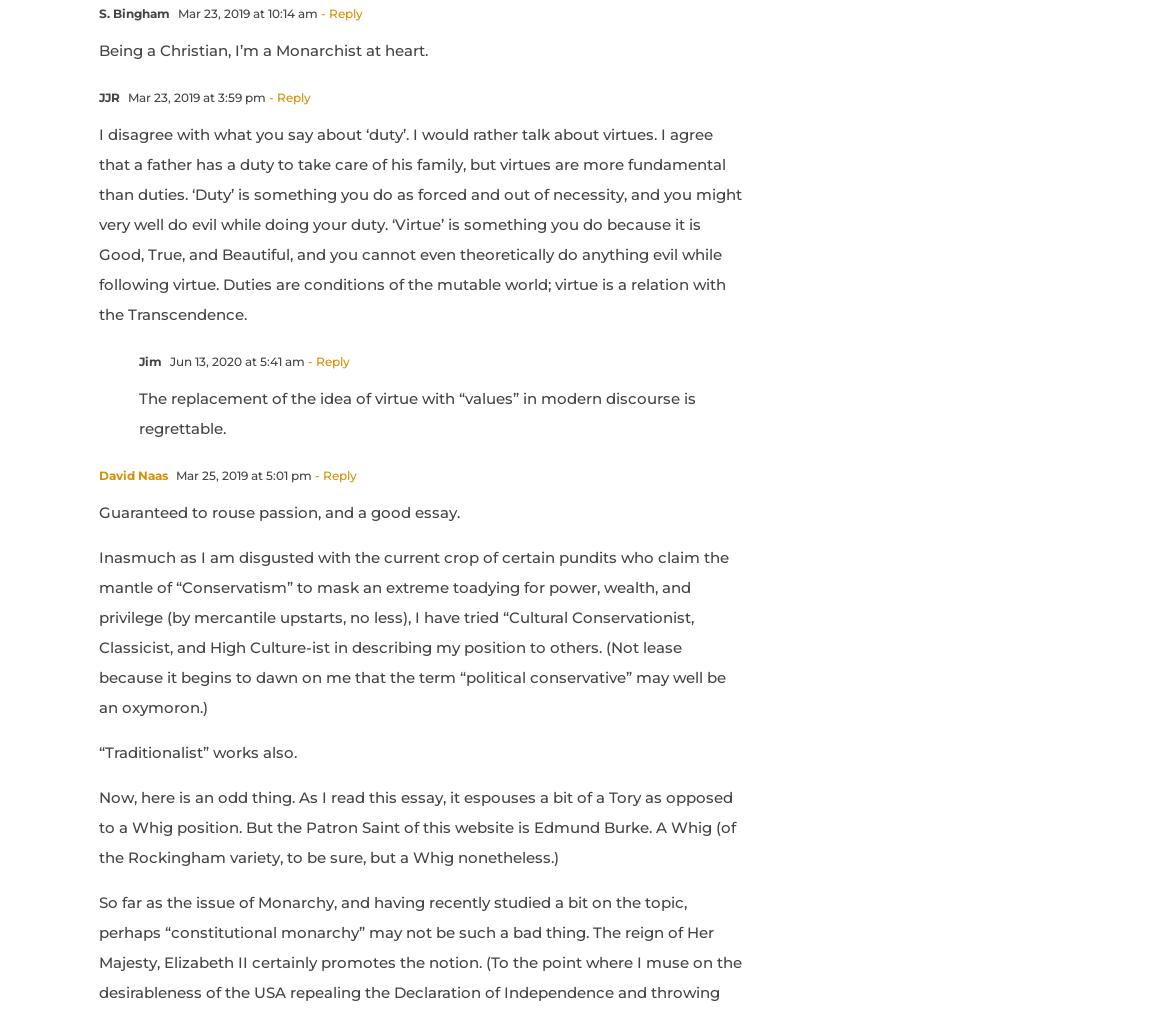 This screenshot has width=1150, height=1014. Describe the element at coordinates (98, 826) in the screenshot. I see `'Now, here is an odd thing.  As I read this essay, it espouses a bit of a Tory as opposed to a Whig position.  But the Patron Saint of this website is Edmund Burke.  A Whig (of the Rockingham variety, to be sure, but a Whig nonetheless.)'` at that location.